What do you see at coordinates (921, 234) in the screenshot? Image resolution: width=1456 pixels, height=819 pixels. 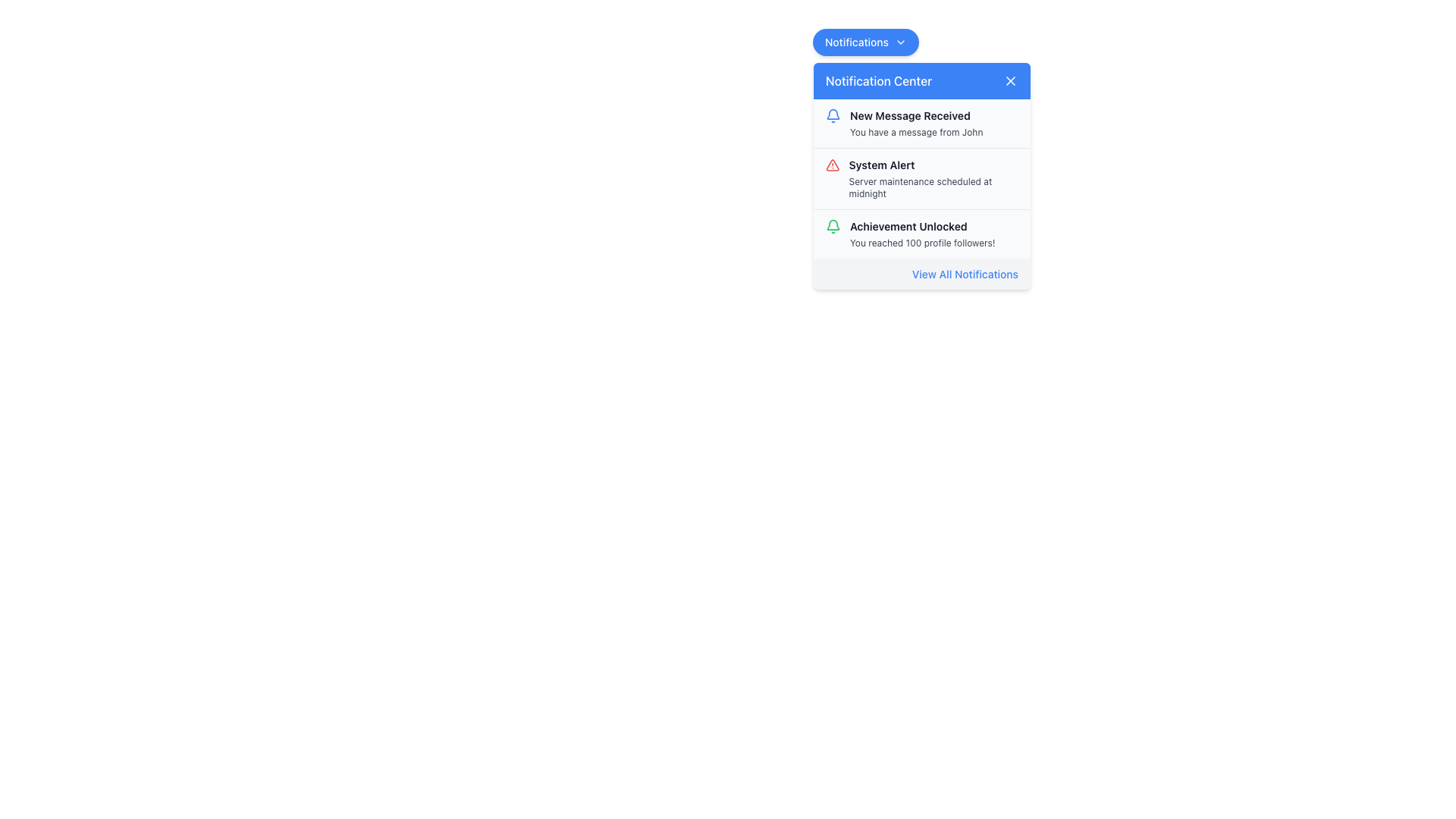 I see `the Notification item displaying 'Achievement Unlocked' with the subtext 'You reached 100 profile followers!', located in the Notification Center as the third item` at bounding box center [921, 234].